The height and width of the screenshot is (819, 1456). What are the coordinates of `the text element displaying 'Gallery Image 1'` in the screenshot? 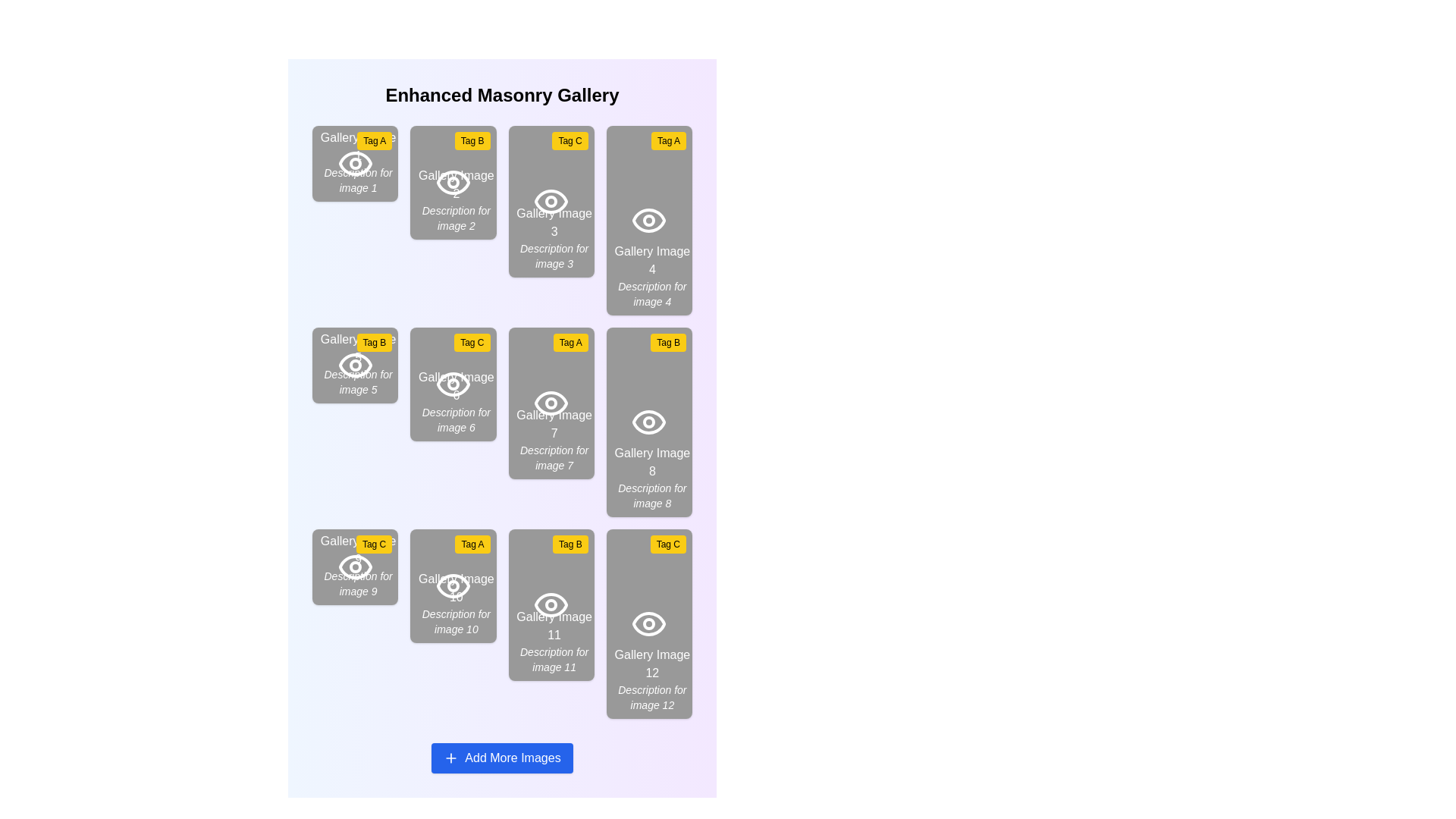 It's located at (357, 162).